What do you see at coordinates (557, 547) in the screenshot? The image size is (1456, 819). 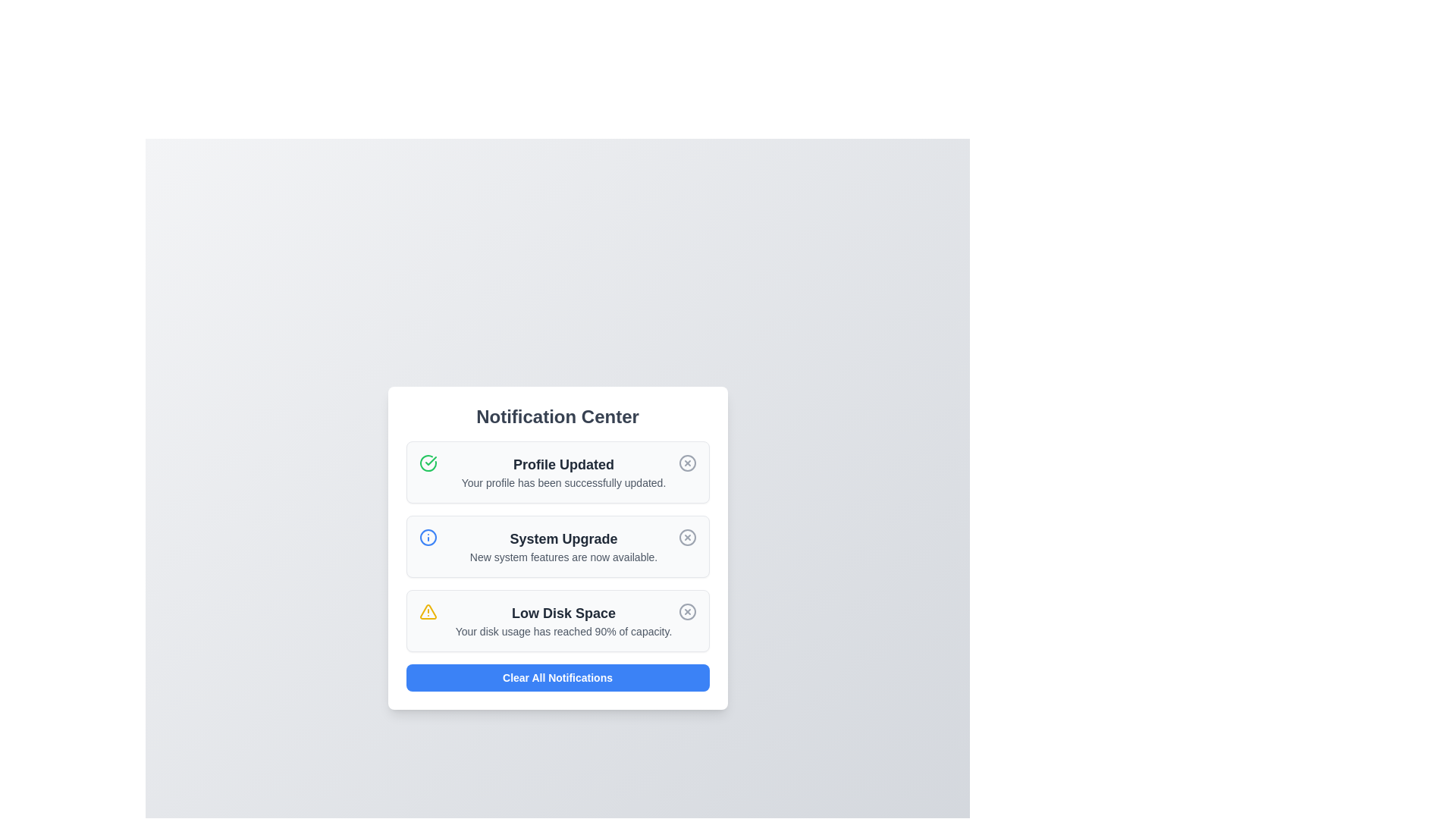 I see `the notification titled 'System Upgrade' that displays the message 'New system features are now available.' This notification is the second in a vertical stack within the 'Notification Center'` at bounding box center [557, 547].